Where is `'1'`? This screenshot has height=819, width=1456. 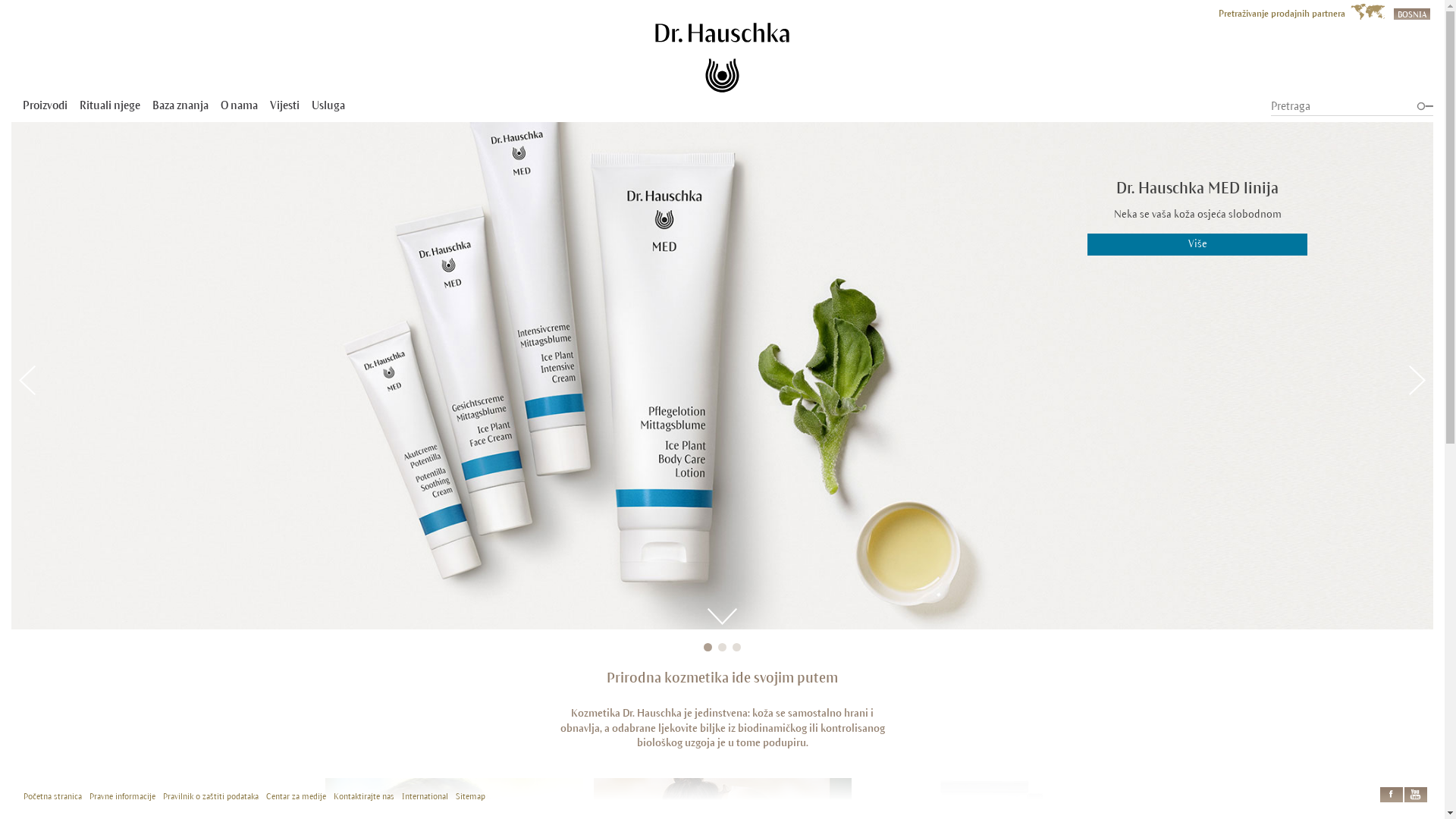
'1' is located at coordinates (707, 647).